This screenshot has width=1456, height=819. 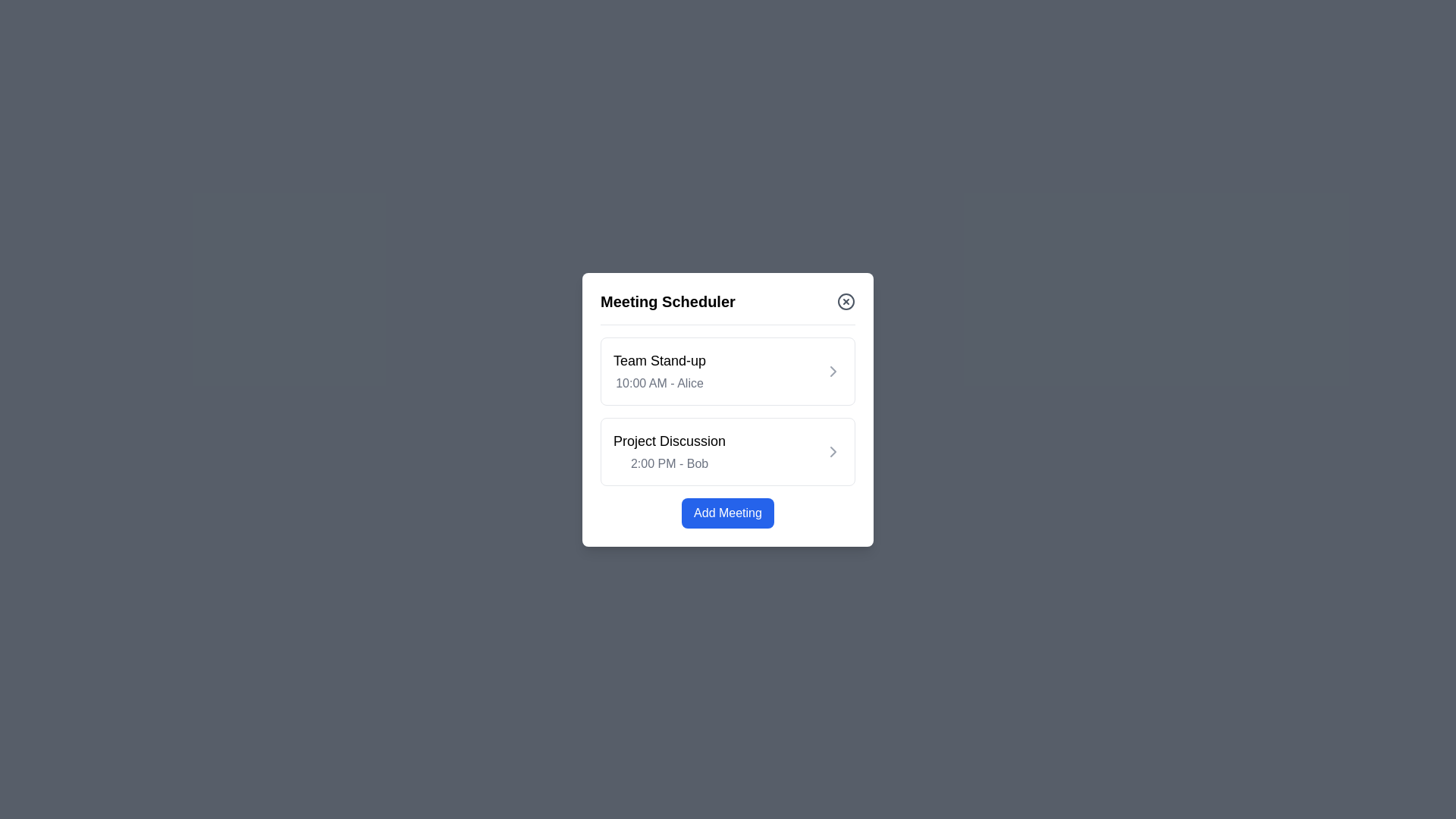 What do you see at coordinates (728, 512) in the screenshot?
I see `the 'Add Meeting' button, which is styled with a blue background and white text, located centrally at the bottom of the 'Meeting Scheduler' dialog` at bounding box center [728, 512].